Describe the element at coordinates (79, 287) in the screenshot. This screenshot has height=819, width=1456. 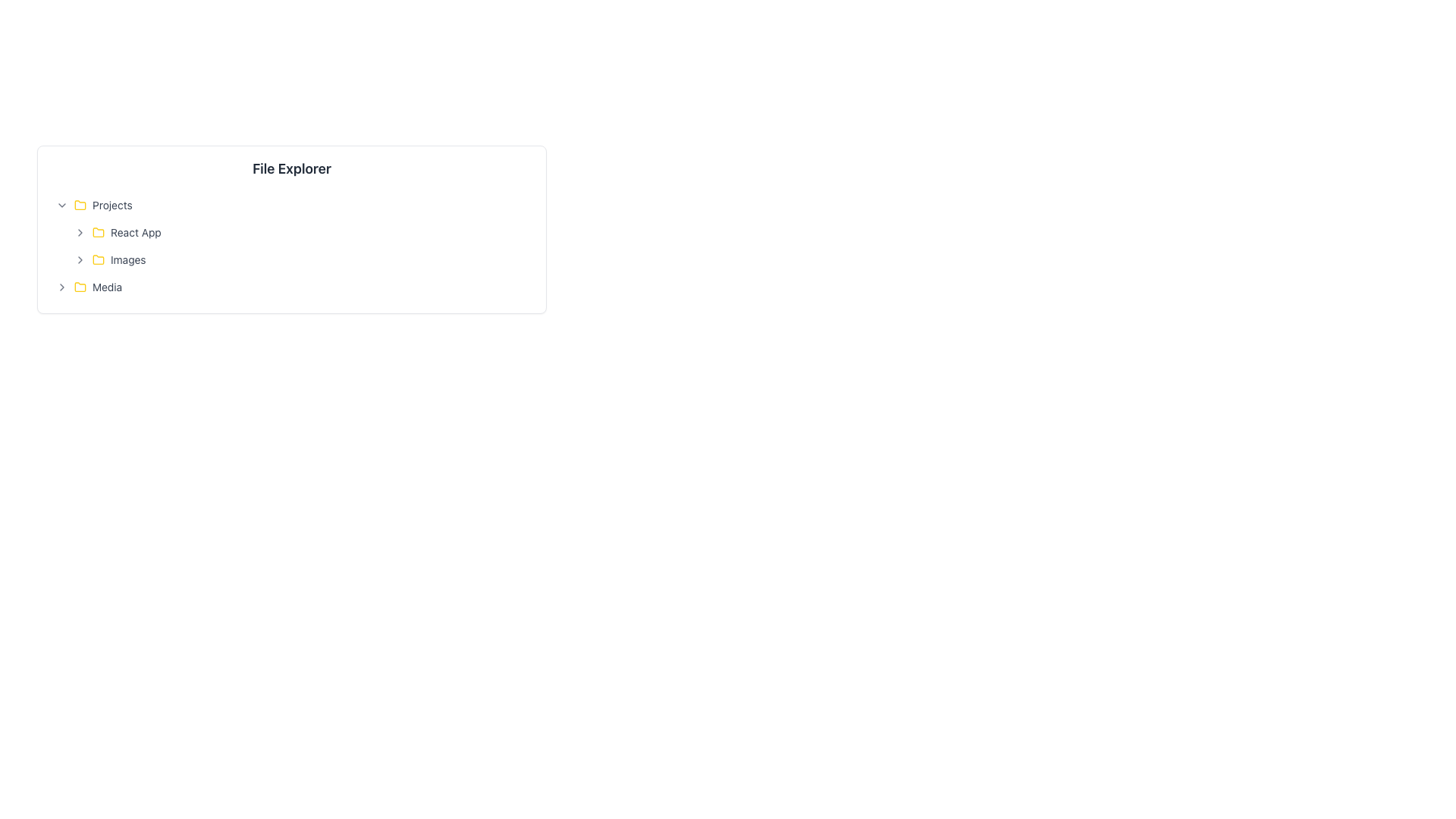
I see `the folder icon representing the 'Media' entry in the file explorer interface to facilitate navigation and identification` at that location.